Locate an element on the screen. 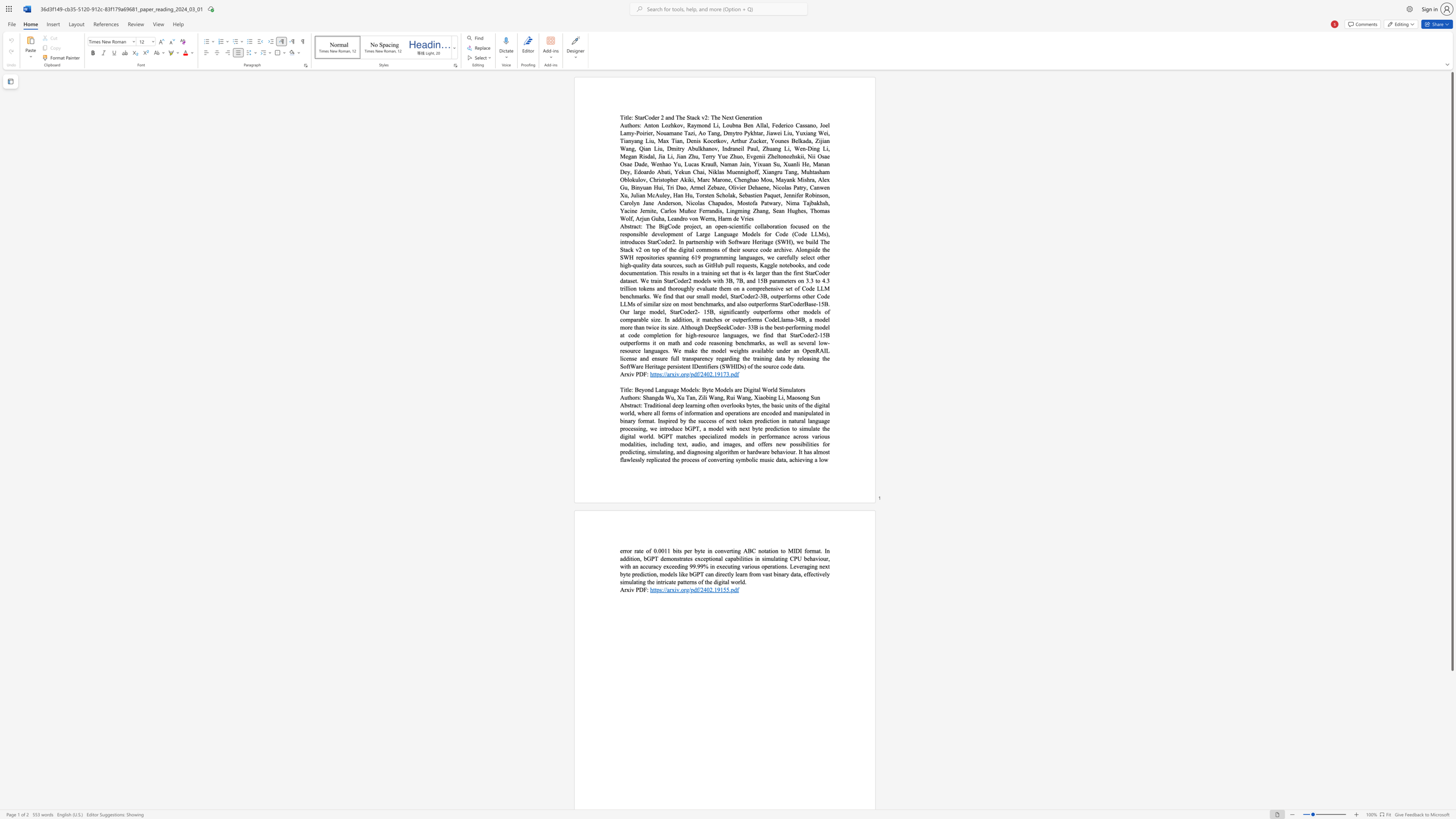 This screenshot has height=819, width=1456. the subset text "ngda" within the text "Shangda Wu," is located at coordinates (651, 397).